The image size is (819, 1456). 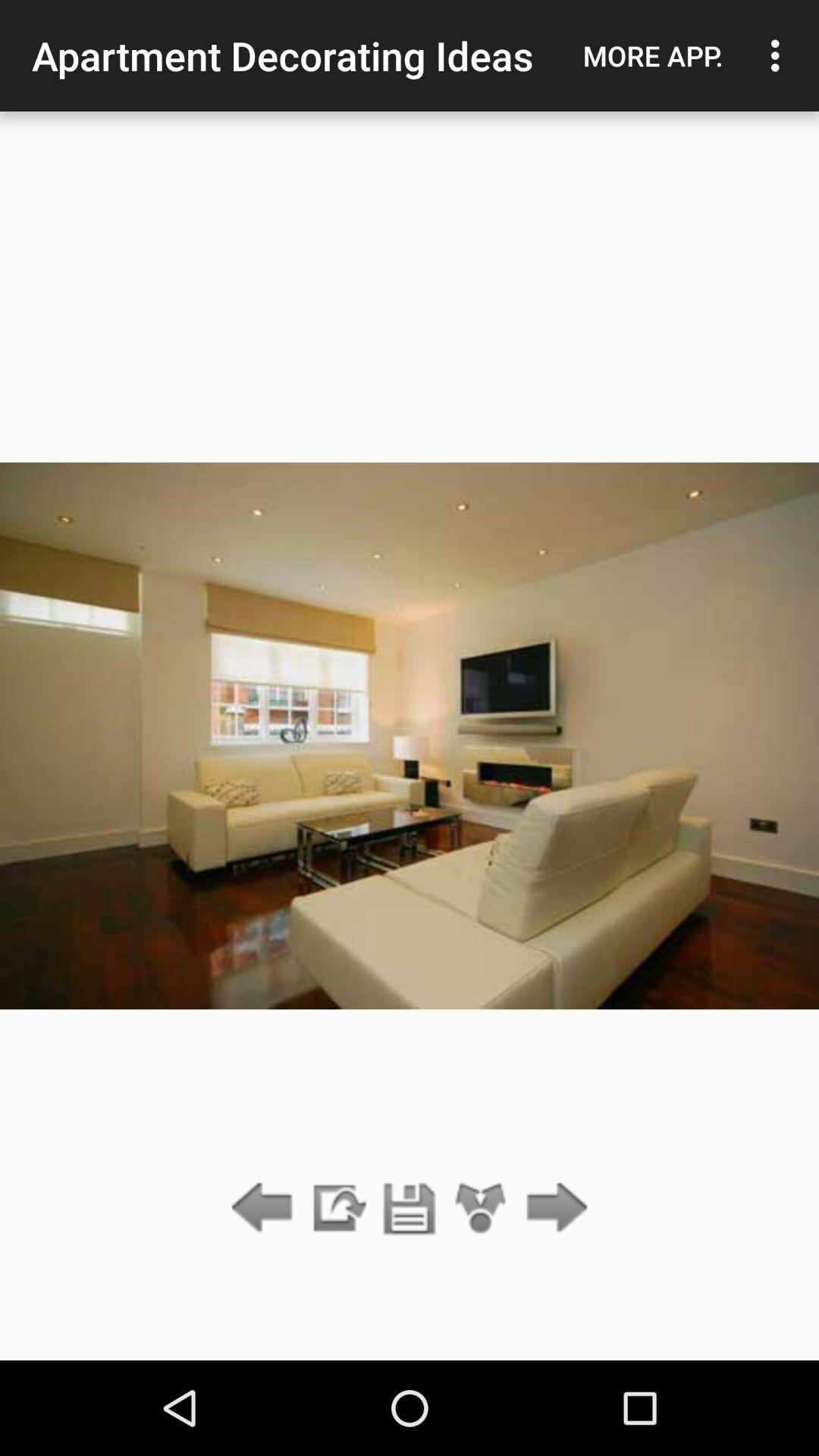 I want to click on the save icon, so click(x=409, y=1208).